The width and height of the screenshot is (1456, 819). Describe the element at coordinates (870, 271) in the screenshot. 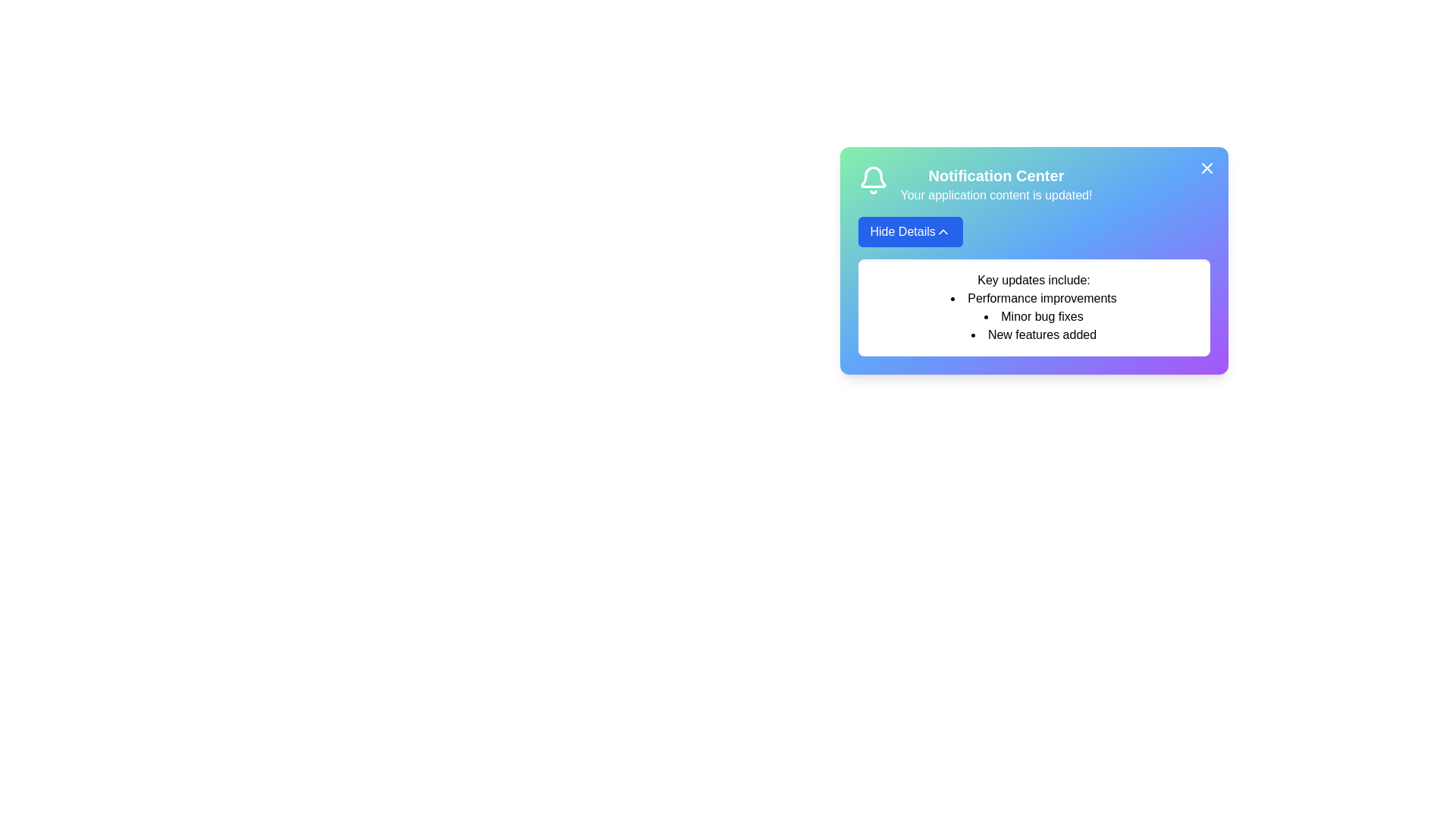

I see `the text content of the notification for copying` at that location.